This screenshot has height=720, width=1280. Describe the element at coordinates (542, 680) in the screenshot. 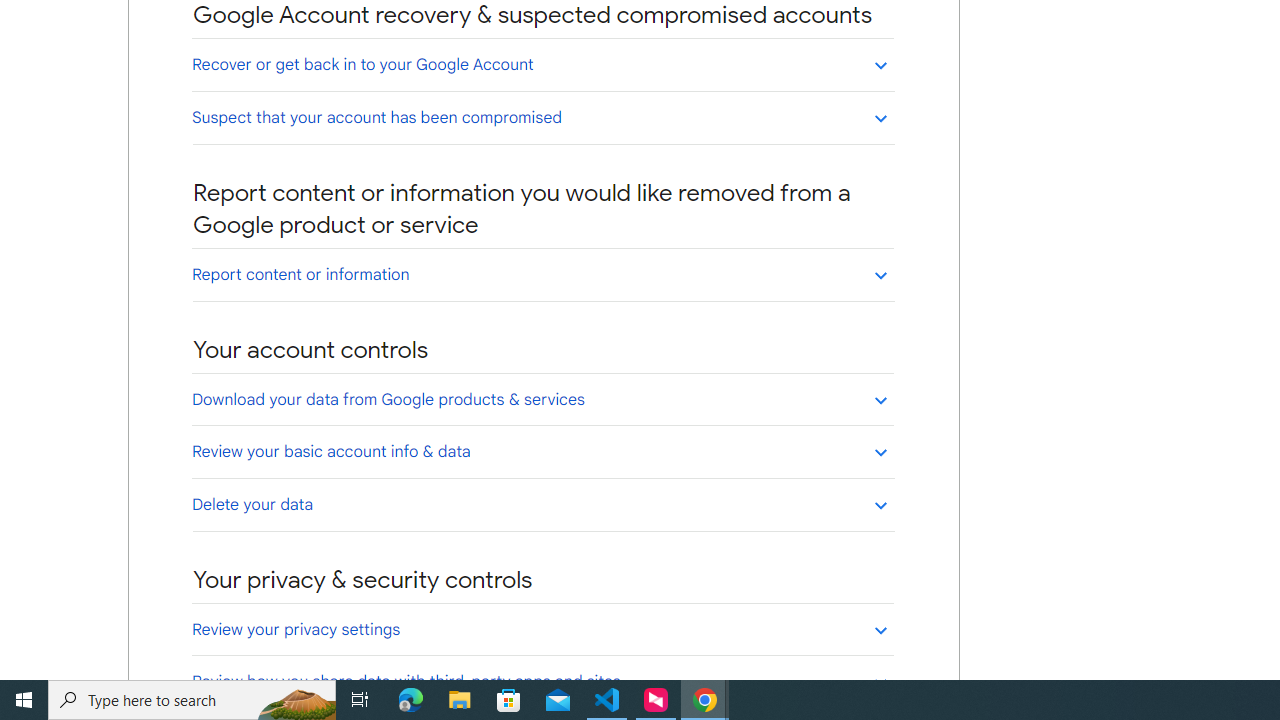

I see `'Review how you share data with third-party apps and sites'` at that location.